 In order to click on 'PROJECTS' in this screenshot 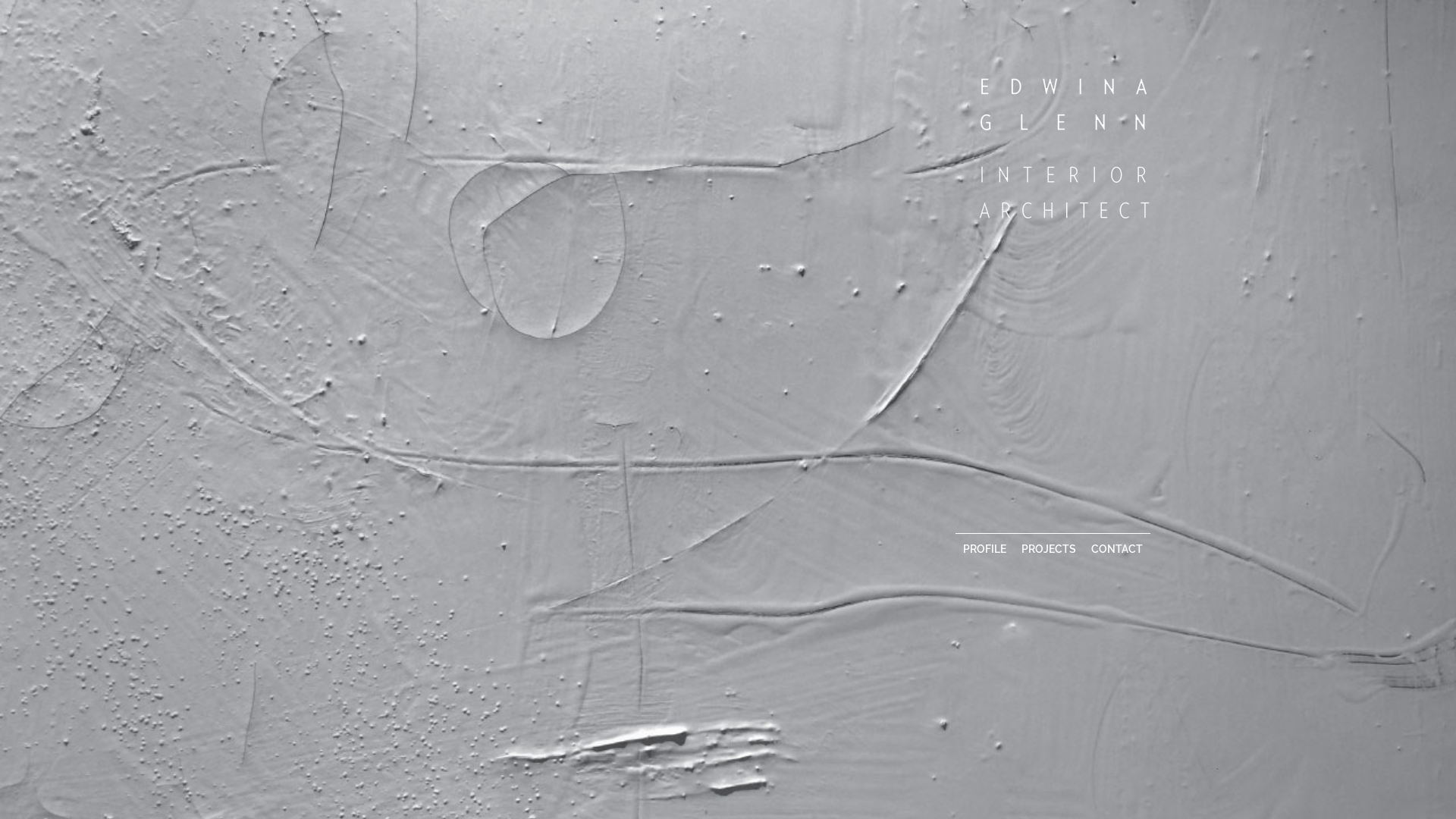, I will do `click(1014, 548)`.